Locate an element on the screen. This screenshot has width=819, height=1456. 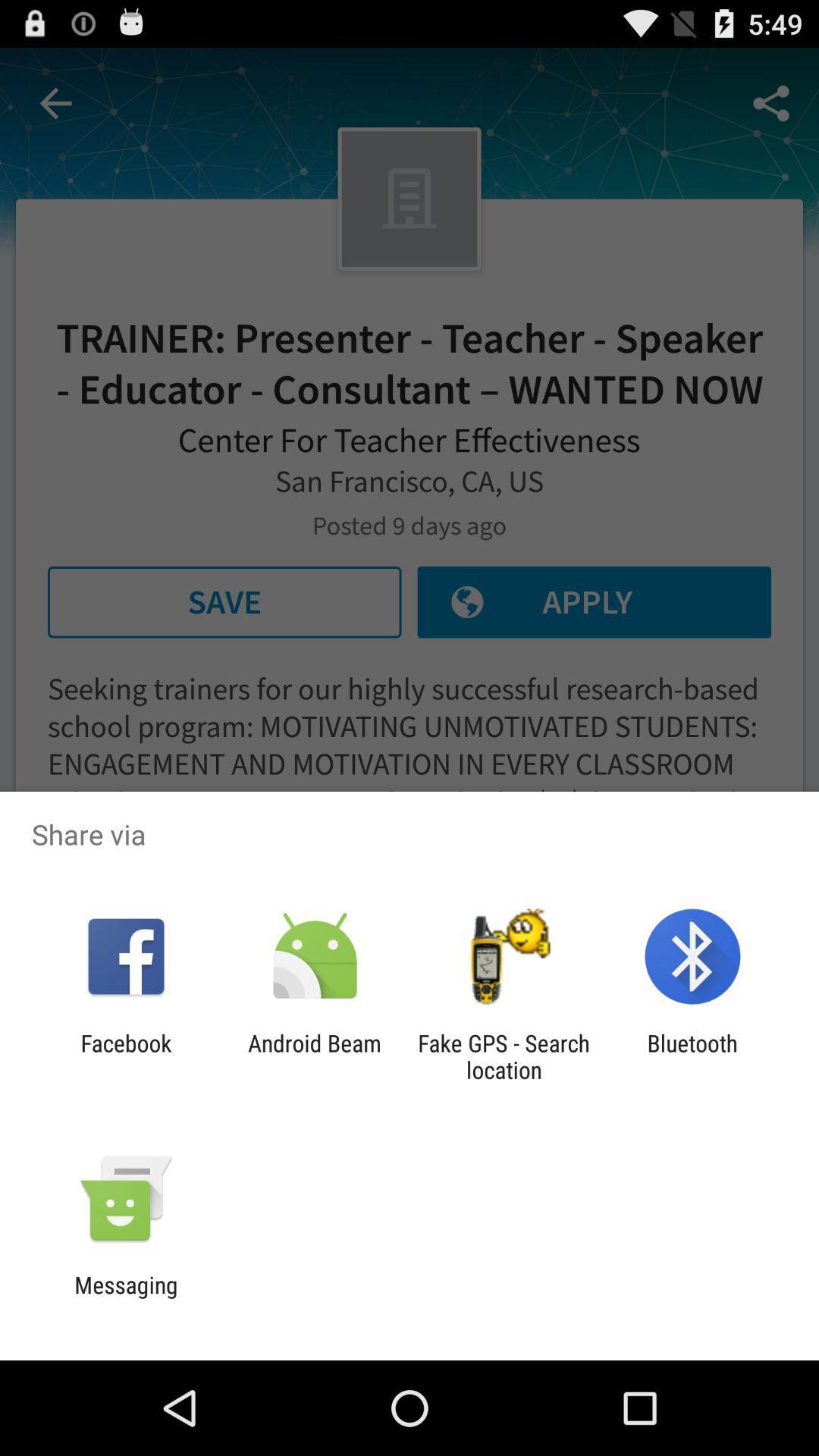
item at the bottom right corner is located at coordinates (692, 1056).